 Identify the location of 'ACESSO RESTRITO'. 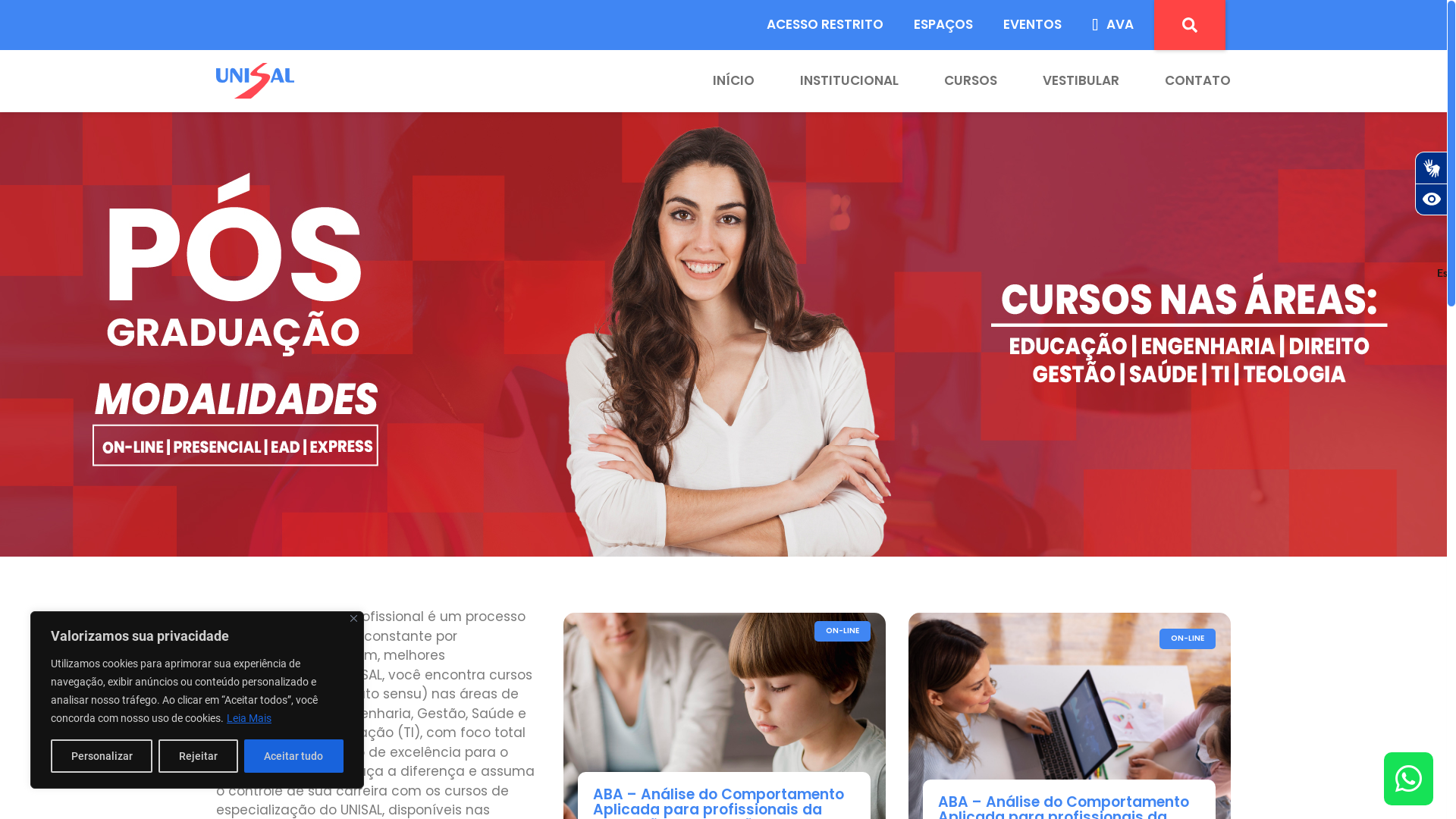
(751, 25).